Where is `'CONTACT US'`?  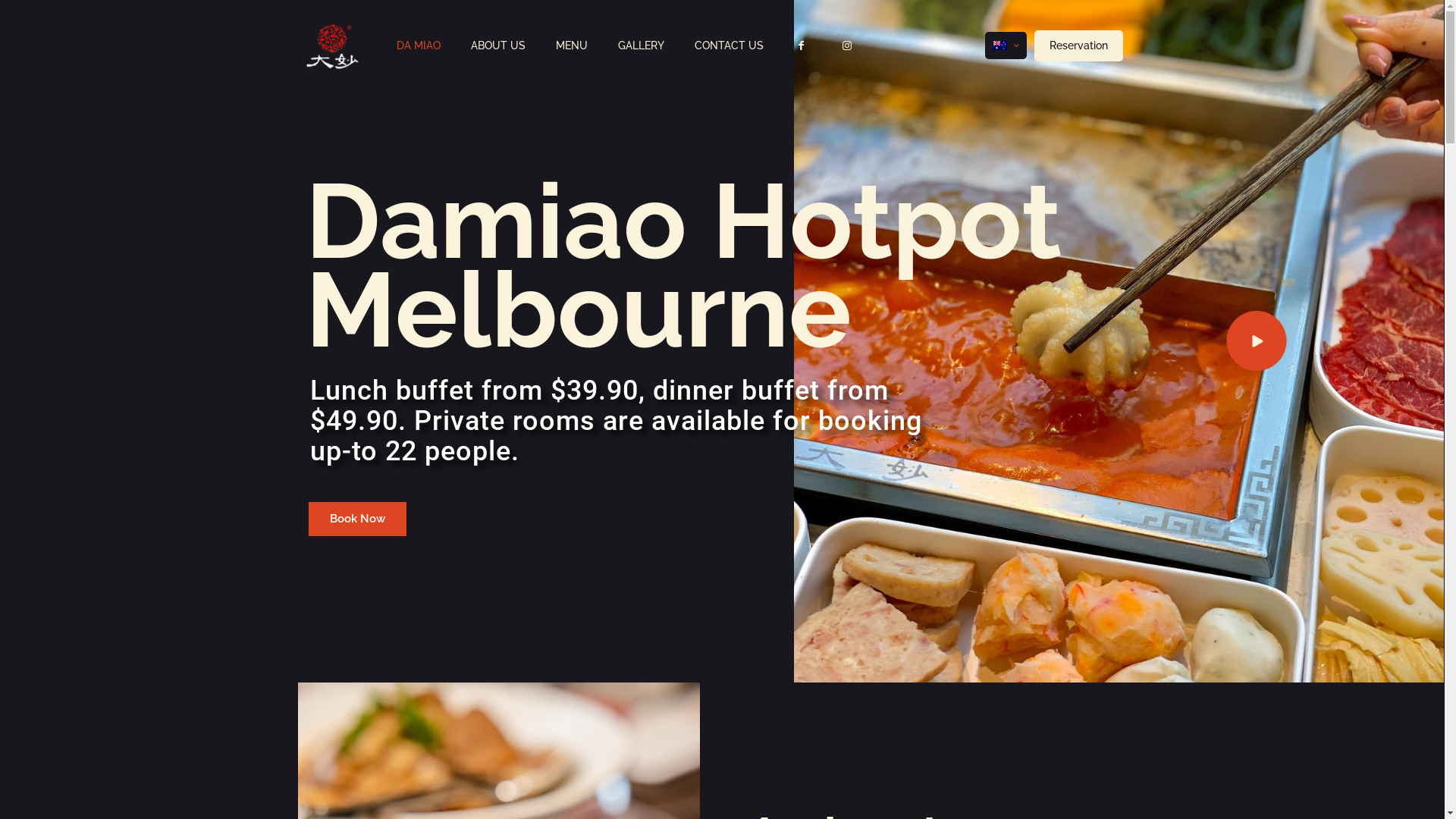 'CONTACT US' is located at coordinates (729, 45).